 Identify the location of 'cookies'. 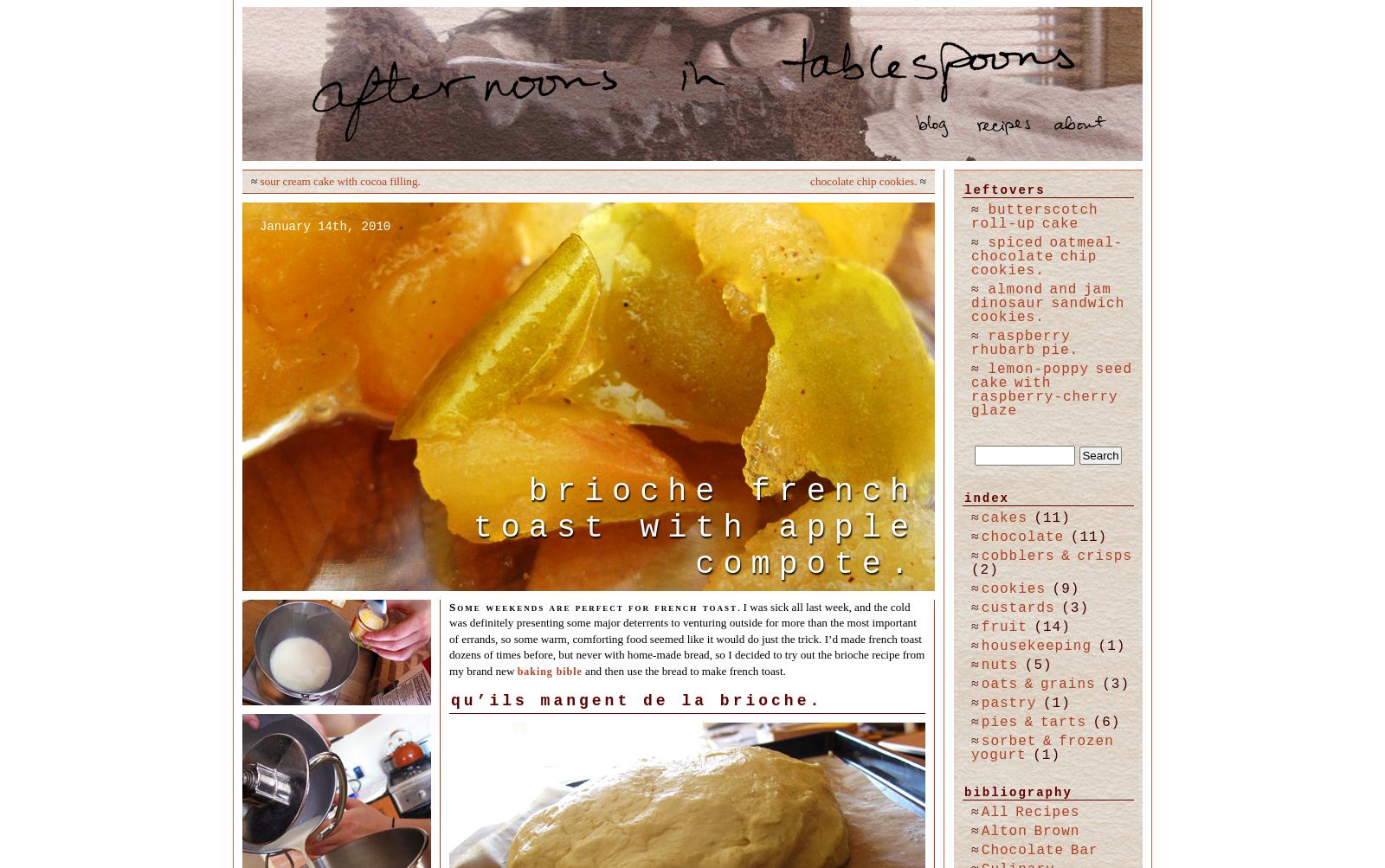
(1013, 589).